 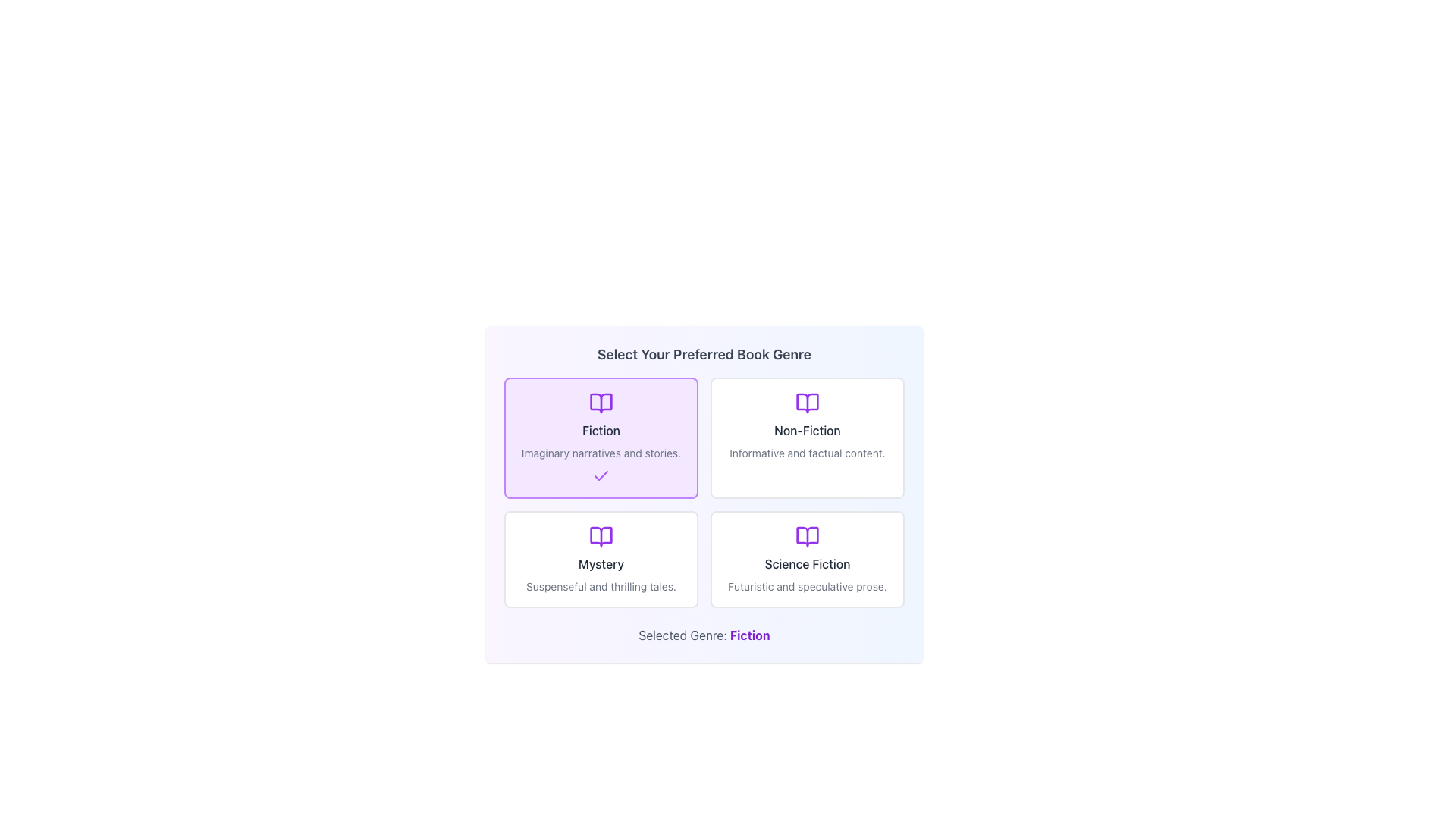 What do you see at coordinates (600, 586) in the screenshot?
I see `the descriptive text label for the 'Mystery' section to read its content` at bounding box center [600, 586].